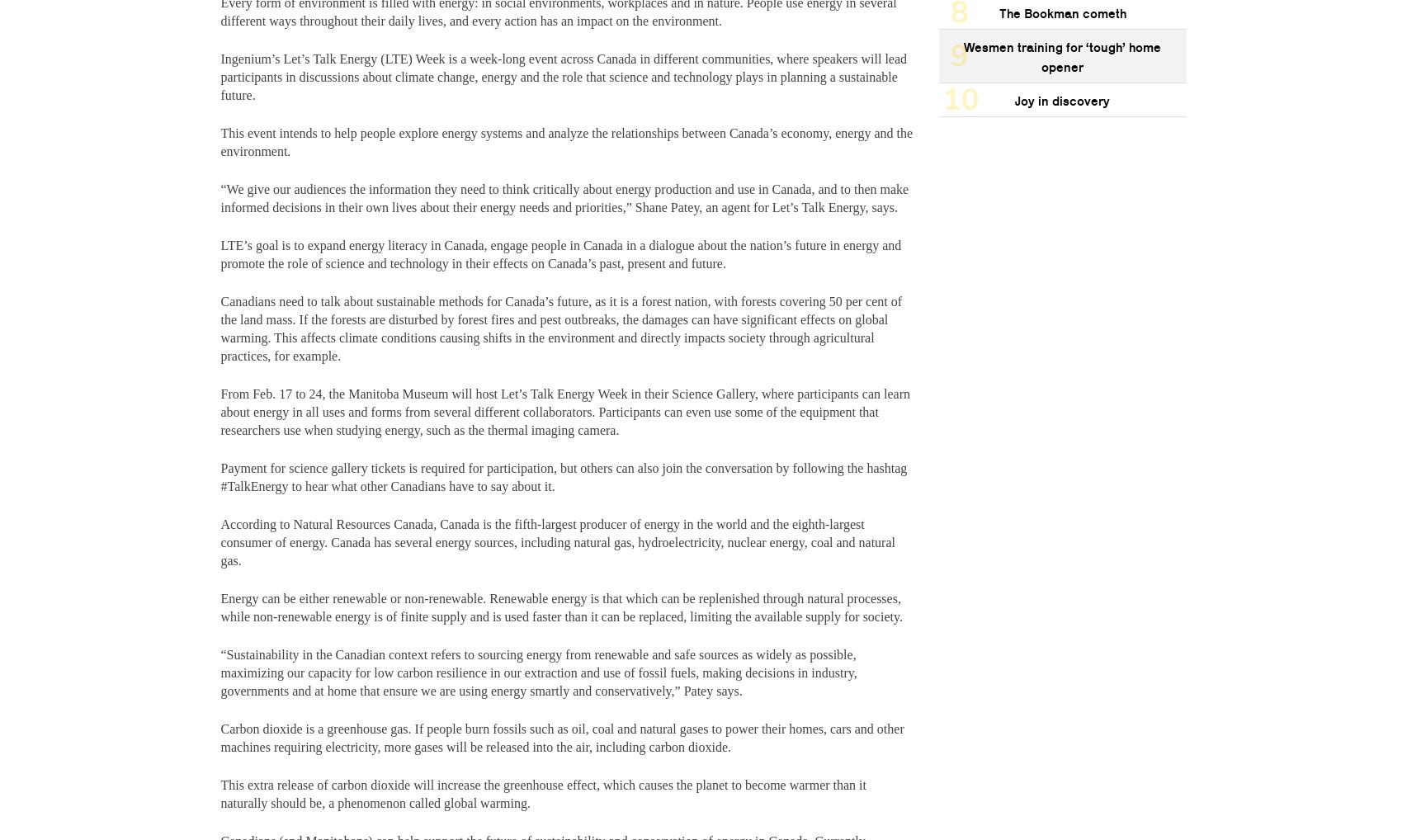 The height and width of the screenshot is (840, 1407). Describe the element at coordinates (961, 98) in the screenshot. I see `'10'` at that location.